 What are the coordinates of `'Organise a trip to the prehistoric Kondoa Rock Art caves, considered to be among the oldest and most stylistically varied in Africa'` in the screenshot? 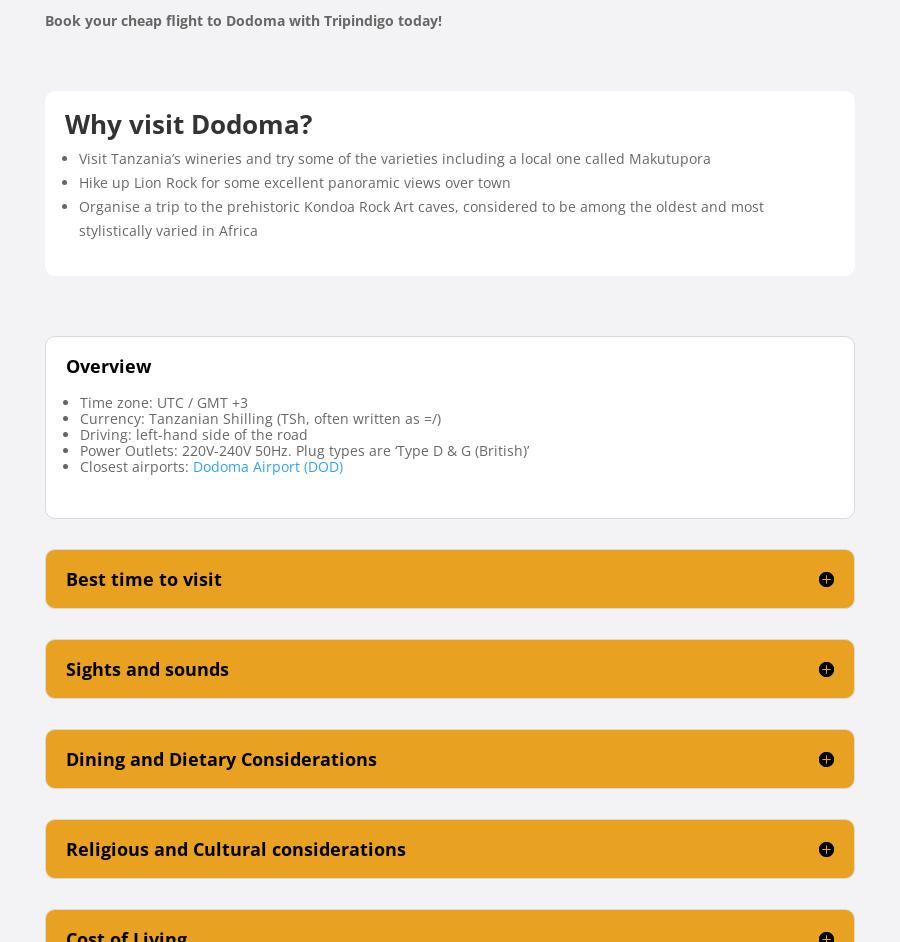 It's located at (78, 217).